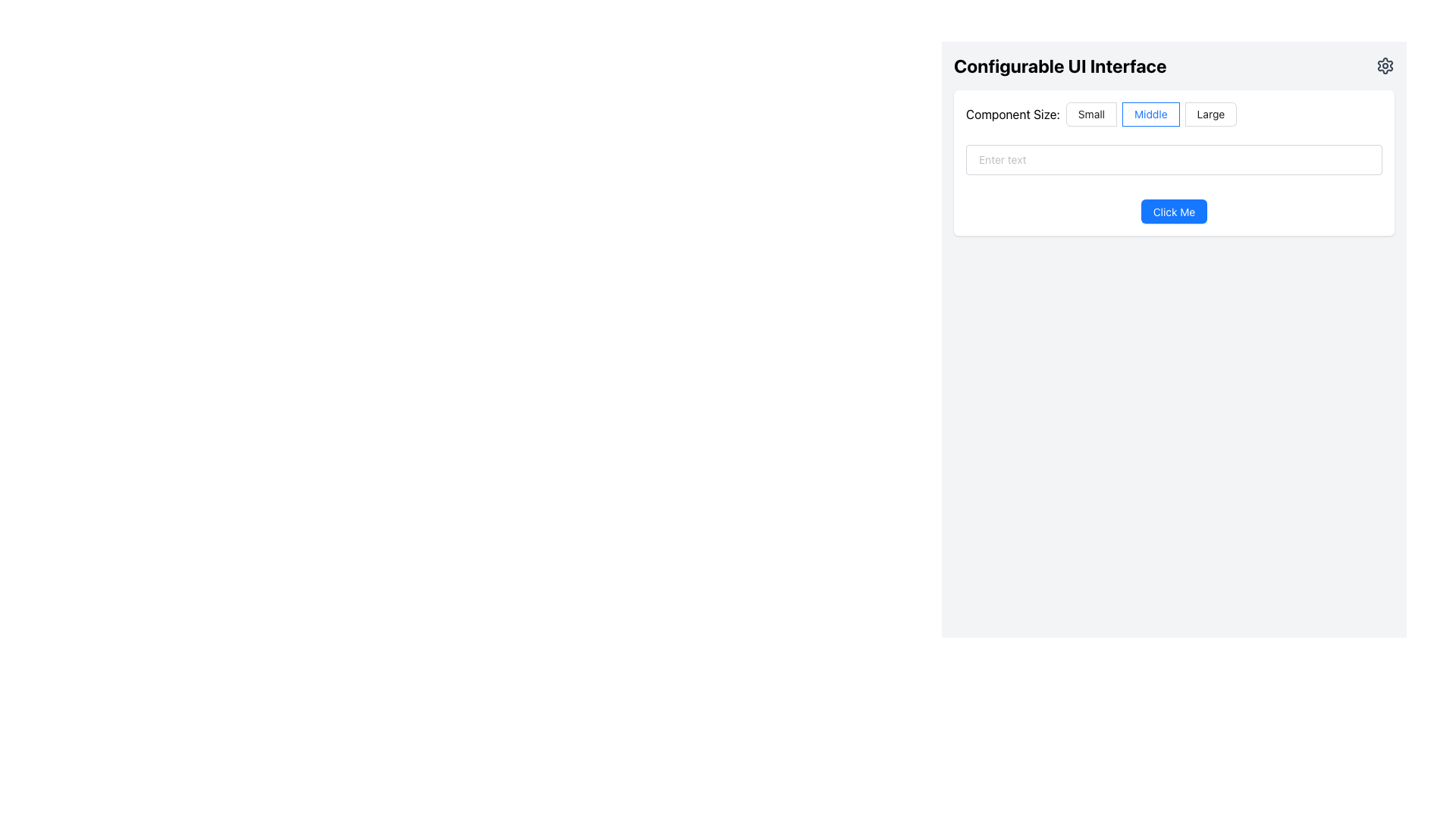 The height and width of the screenshot is (819, 1456). Describe the element at coordinates (1150, 113) in the screenshot. I see `the 'Middle' radio button` at that location.